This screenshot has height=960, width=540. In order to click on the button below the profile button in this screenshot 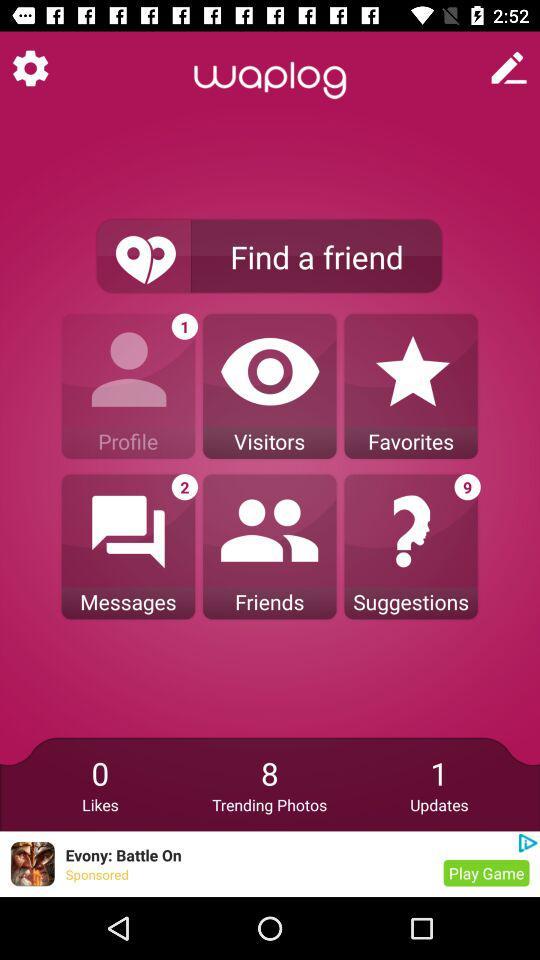, I will do `click(128, 547)`.